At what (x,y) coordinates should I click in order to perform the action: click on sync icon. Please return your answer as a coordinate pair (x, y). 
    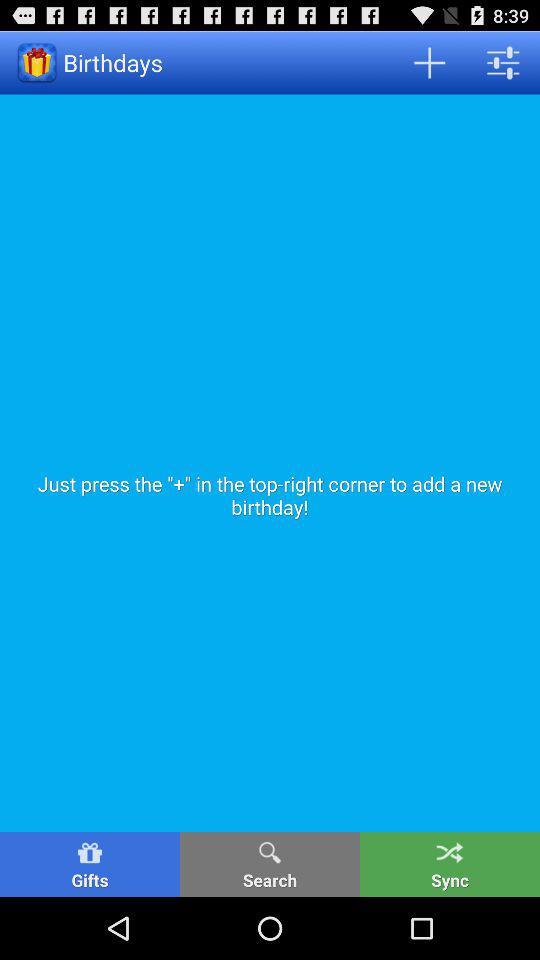
    Looking at the image, I should click on (449, 863).